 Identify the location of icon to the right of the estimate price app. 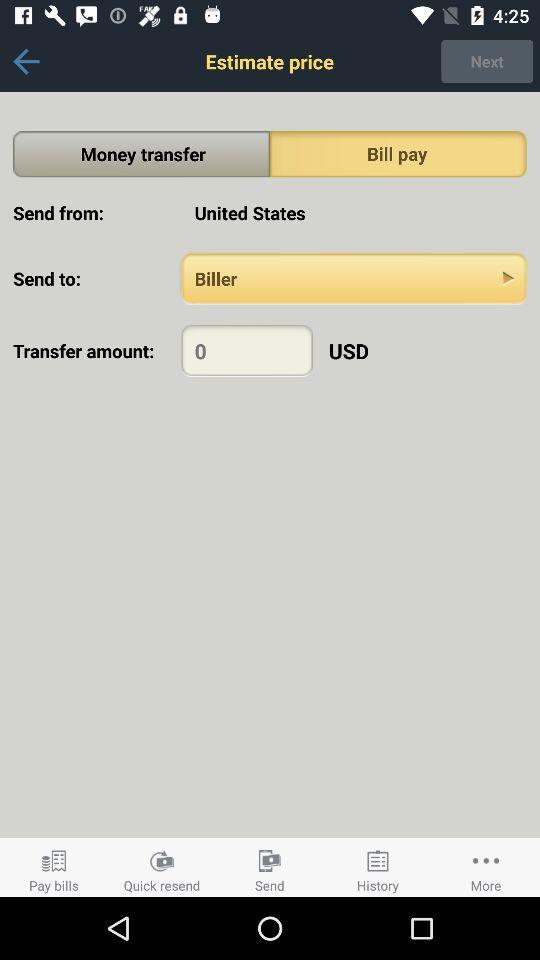
(486, 61).